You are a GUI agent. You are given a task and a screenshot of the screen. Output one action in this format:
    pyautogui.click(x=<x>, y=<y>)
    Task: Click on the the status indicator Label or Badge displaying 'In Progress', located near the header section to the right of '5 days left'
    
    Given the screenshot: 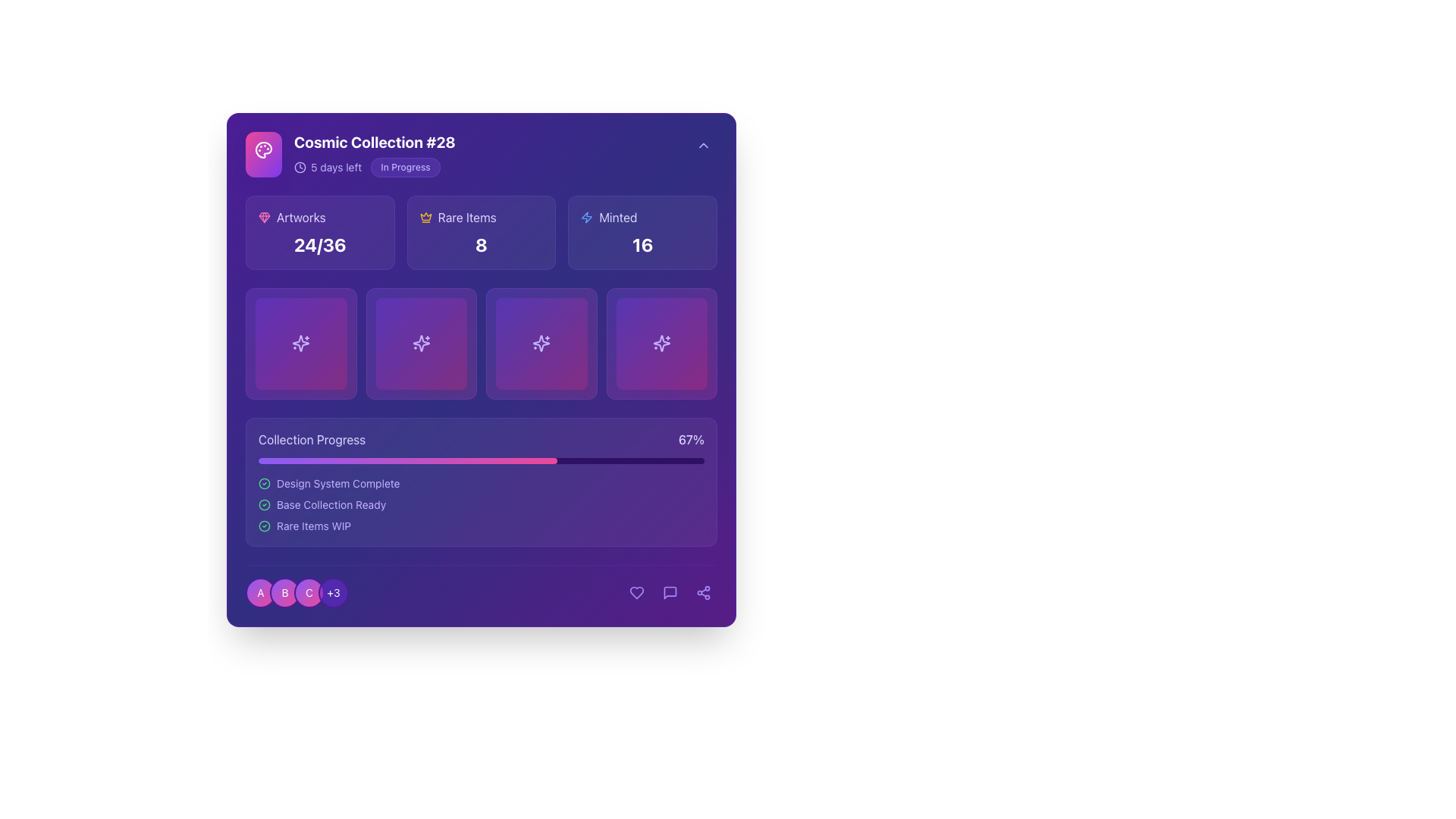 What is the action you would take?
    pyautogui.click(x=406, y=167)
    